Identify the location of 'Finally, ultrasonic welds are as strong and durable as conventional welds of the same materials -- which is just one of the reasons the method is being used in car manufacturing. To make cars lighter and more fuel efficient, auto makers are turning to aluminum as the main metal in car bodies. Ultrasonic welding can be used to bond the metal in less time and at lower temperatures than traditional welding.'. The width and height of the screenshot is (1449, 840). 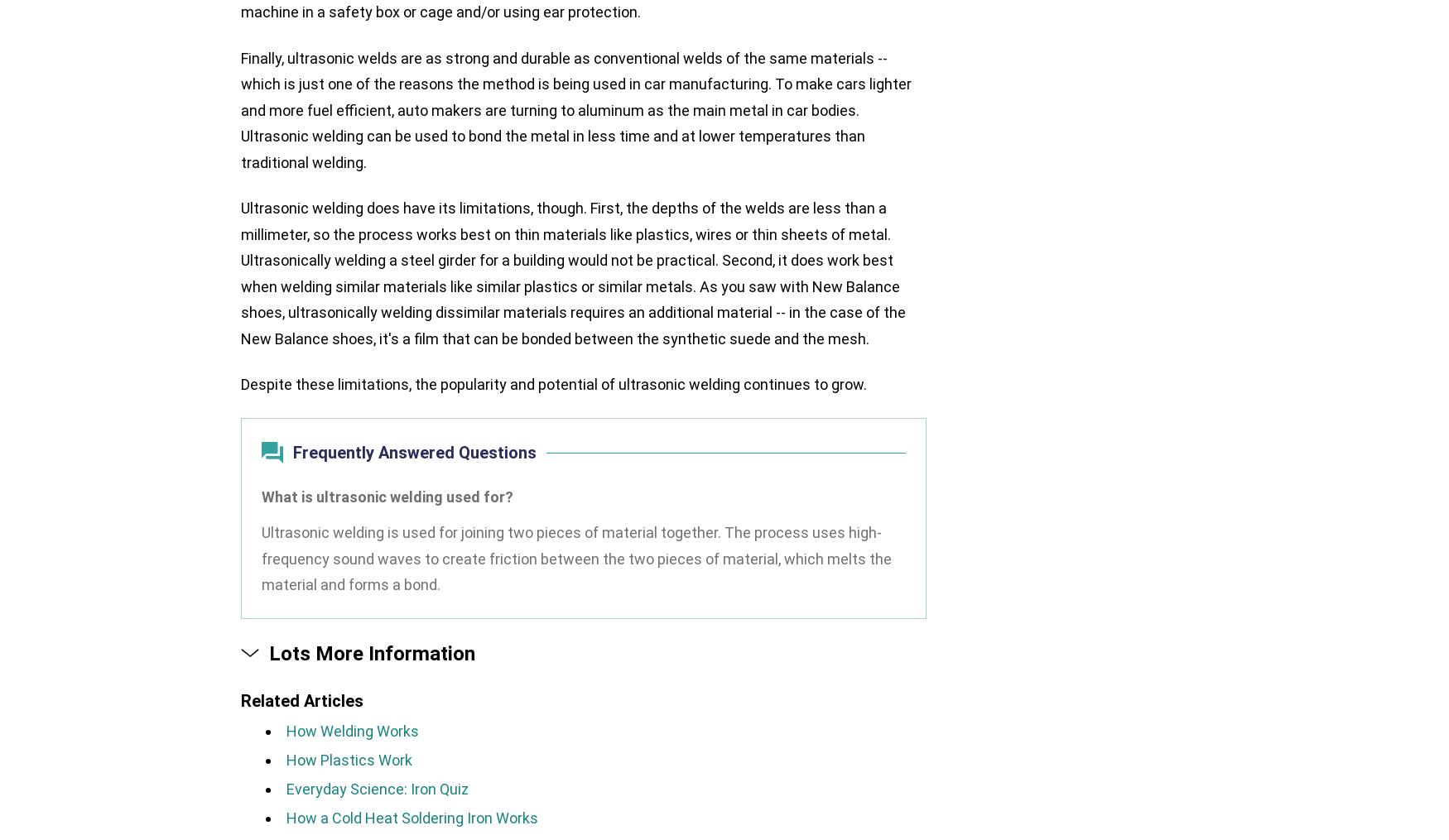
(575, 109).